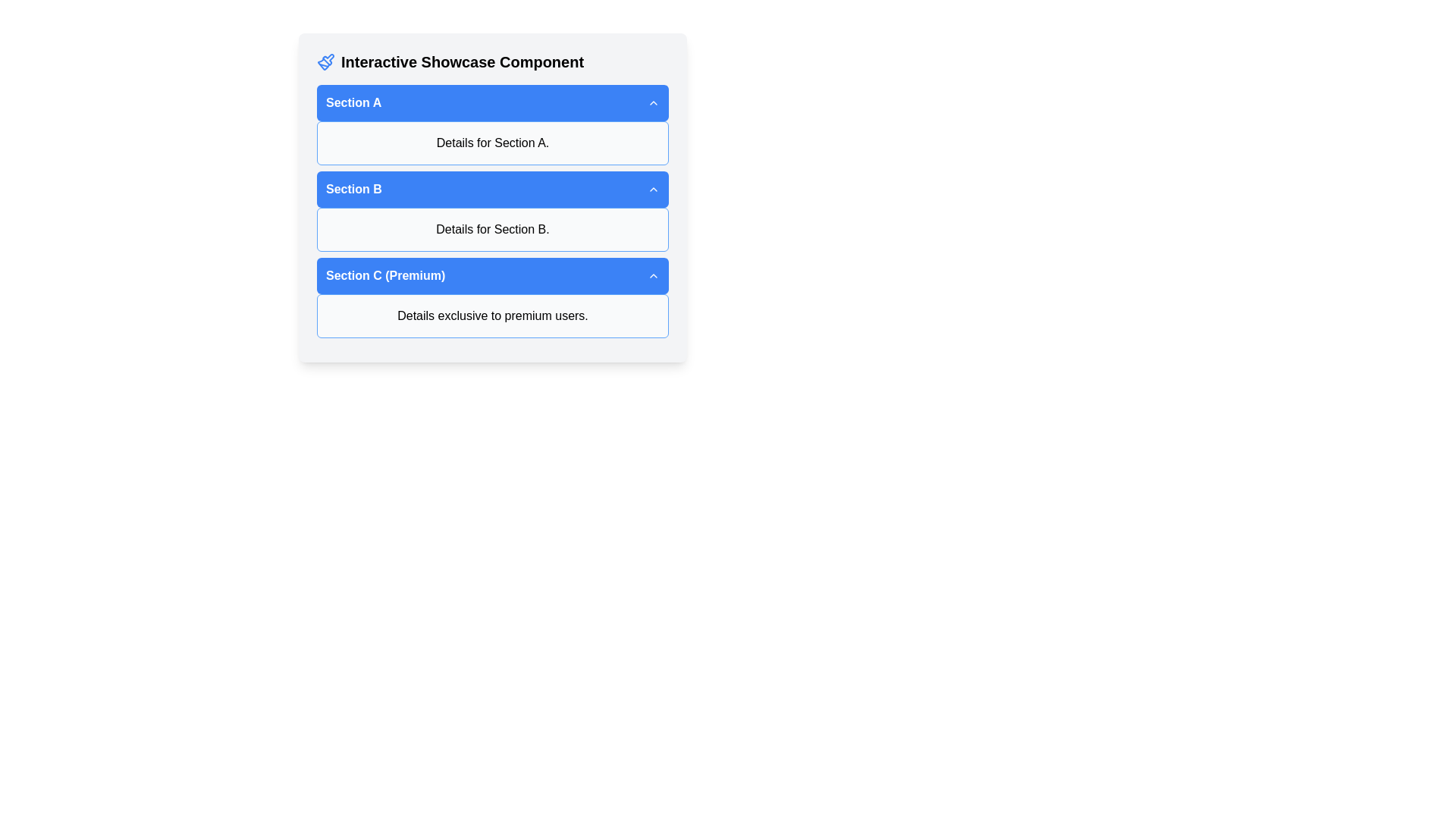 The height and width of the screenshot is (819, 1456). What do you see at coordinates (353, 189) in the screenshot?
I see `the 'Section B' text label` at bounding box center [353, 189].